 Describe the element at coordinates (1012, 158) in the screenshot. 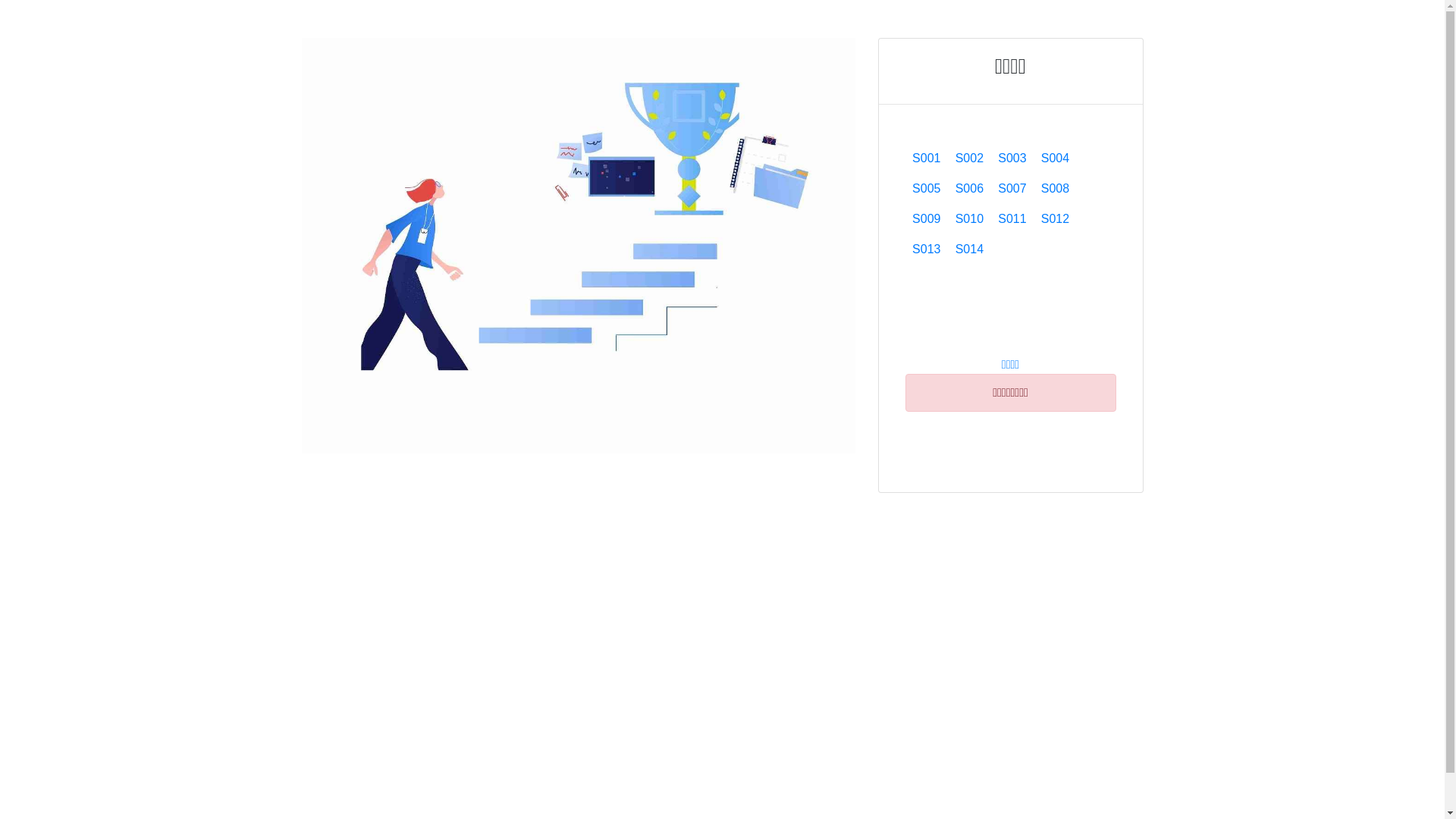

I see `'S003'` at that location.